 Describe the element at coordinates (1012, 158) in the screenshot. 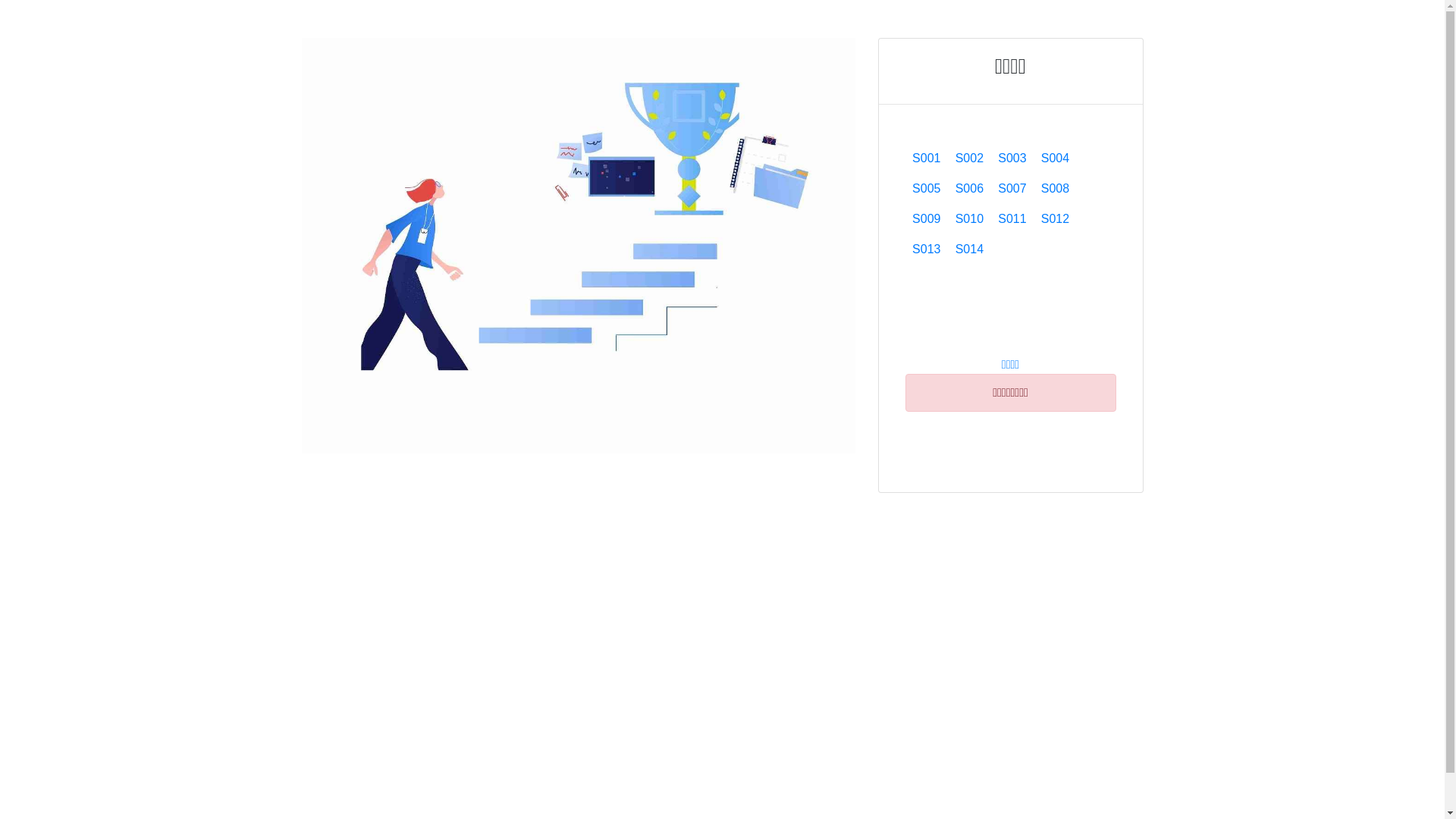

I see `'S003'` at that location.